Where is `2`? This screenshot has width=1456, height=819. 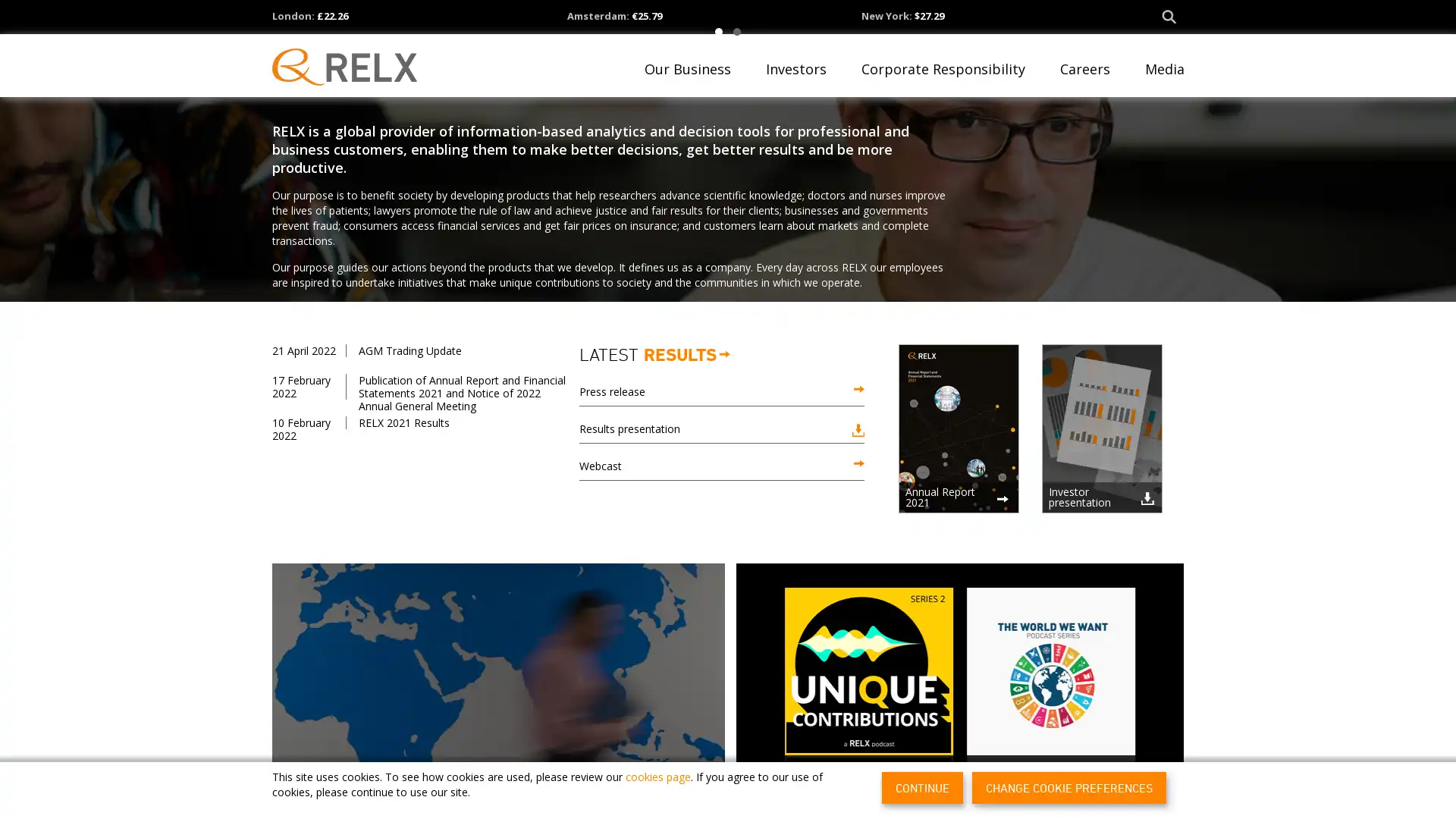
2 is located at coordinates (737, 32).